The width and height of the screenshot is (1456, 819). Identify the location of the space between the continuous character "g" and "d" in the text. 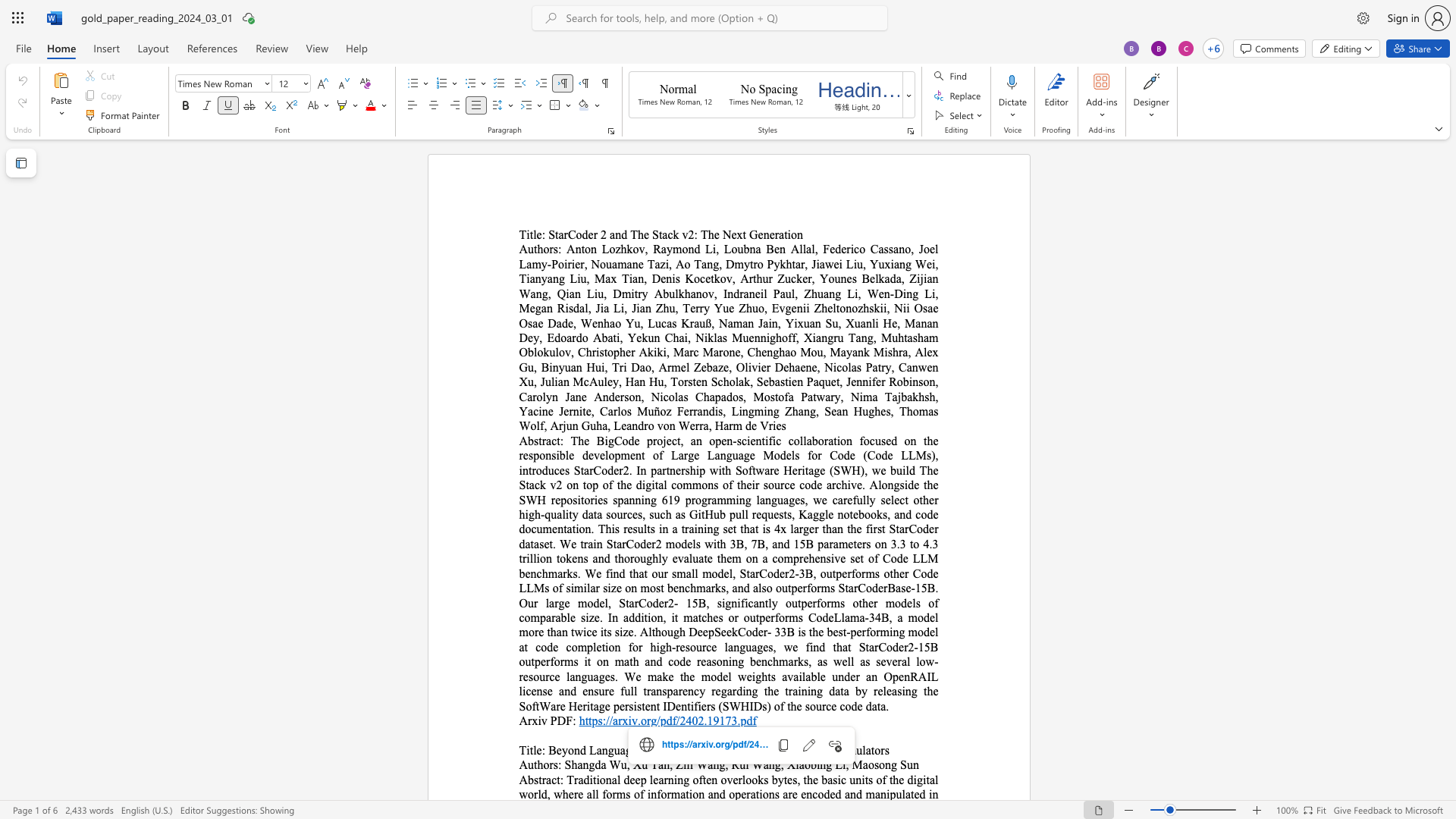
(594, 764).